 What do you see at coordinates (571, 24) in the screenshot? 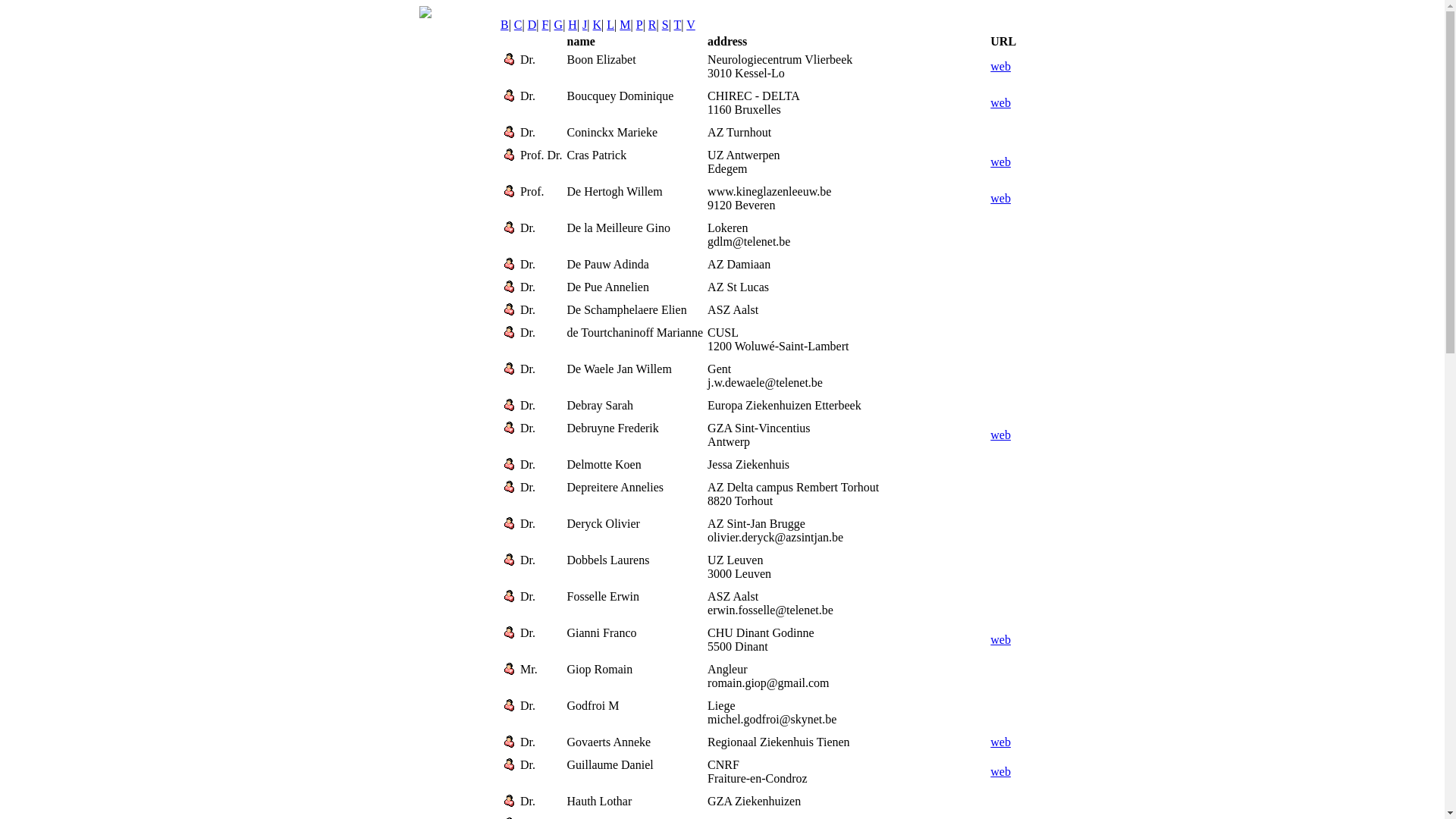
I see `'H'` at bounding box center [571, 24].